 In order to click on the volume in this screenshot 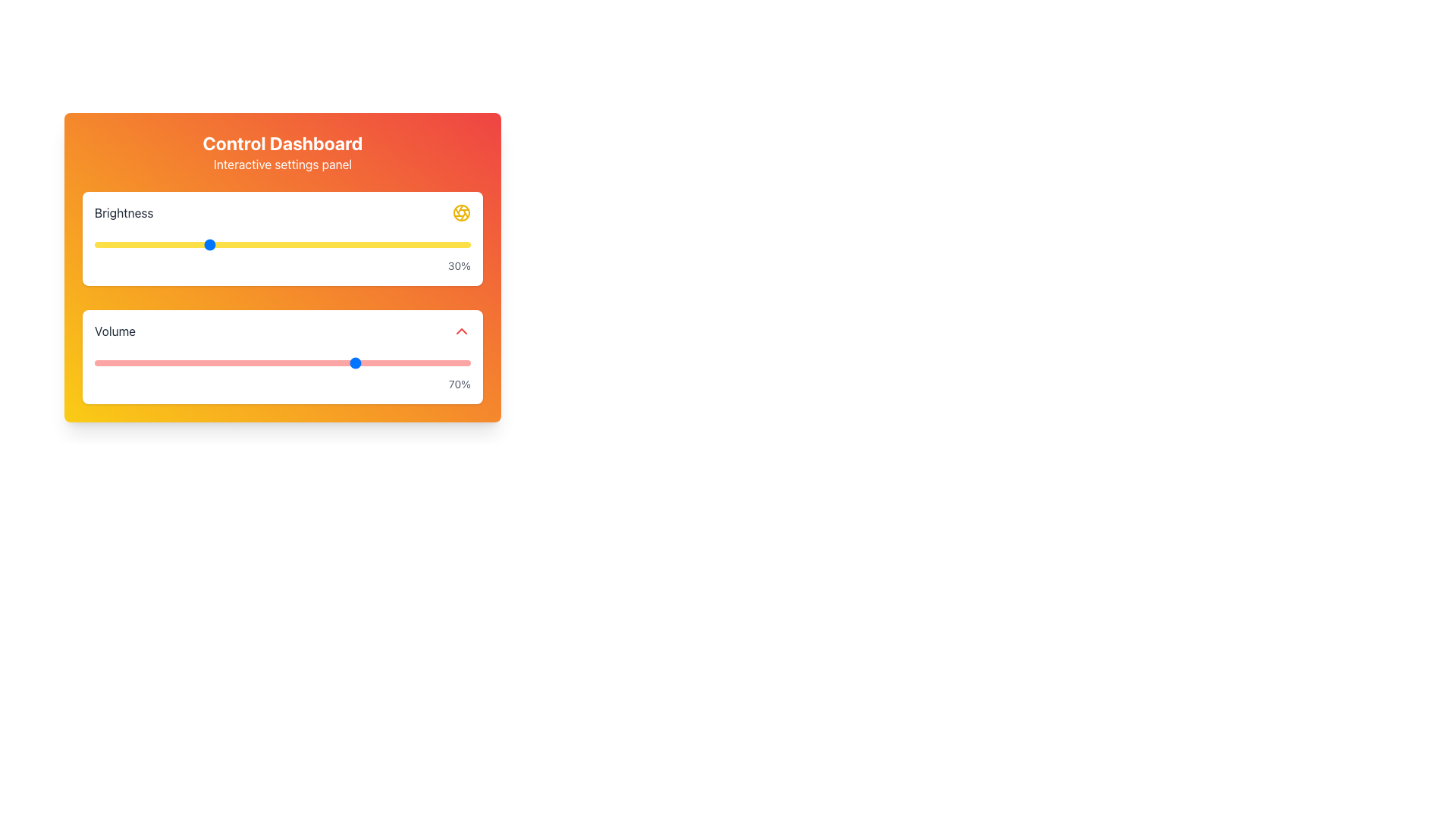, I will do `click(143, 362)`.